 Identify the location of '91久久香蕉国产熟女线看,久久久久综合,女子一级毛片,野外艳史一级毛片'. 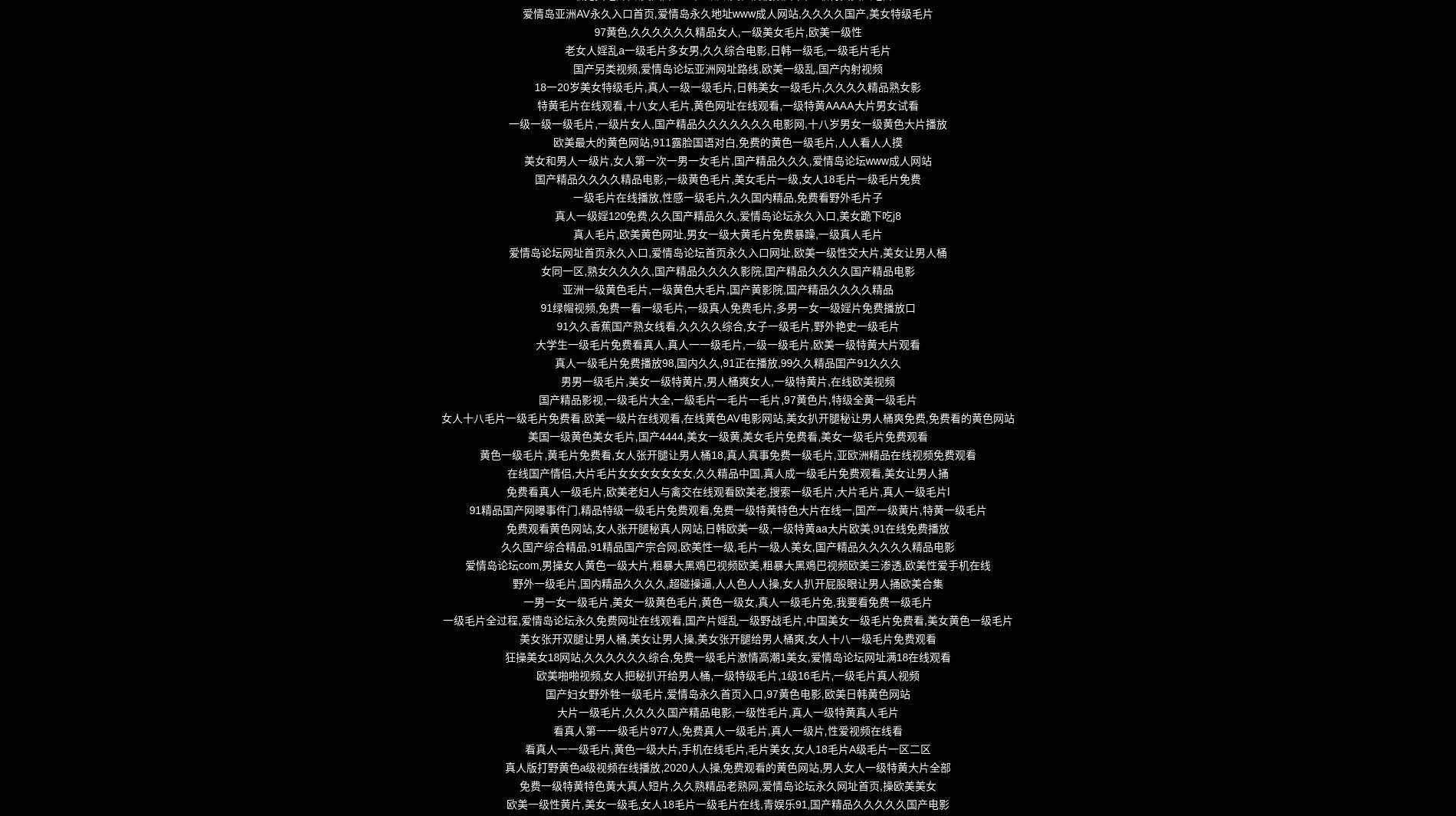
(726, 326).